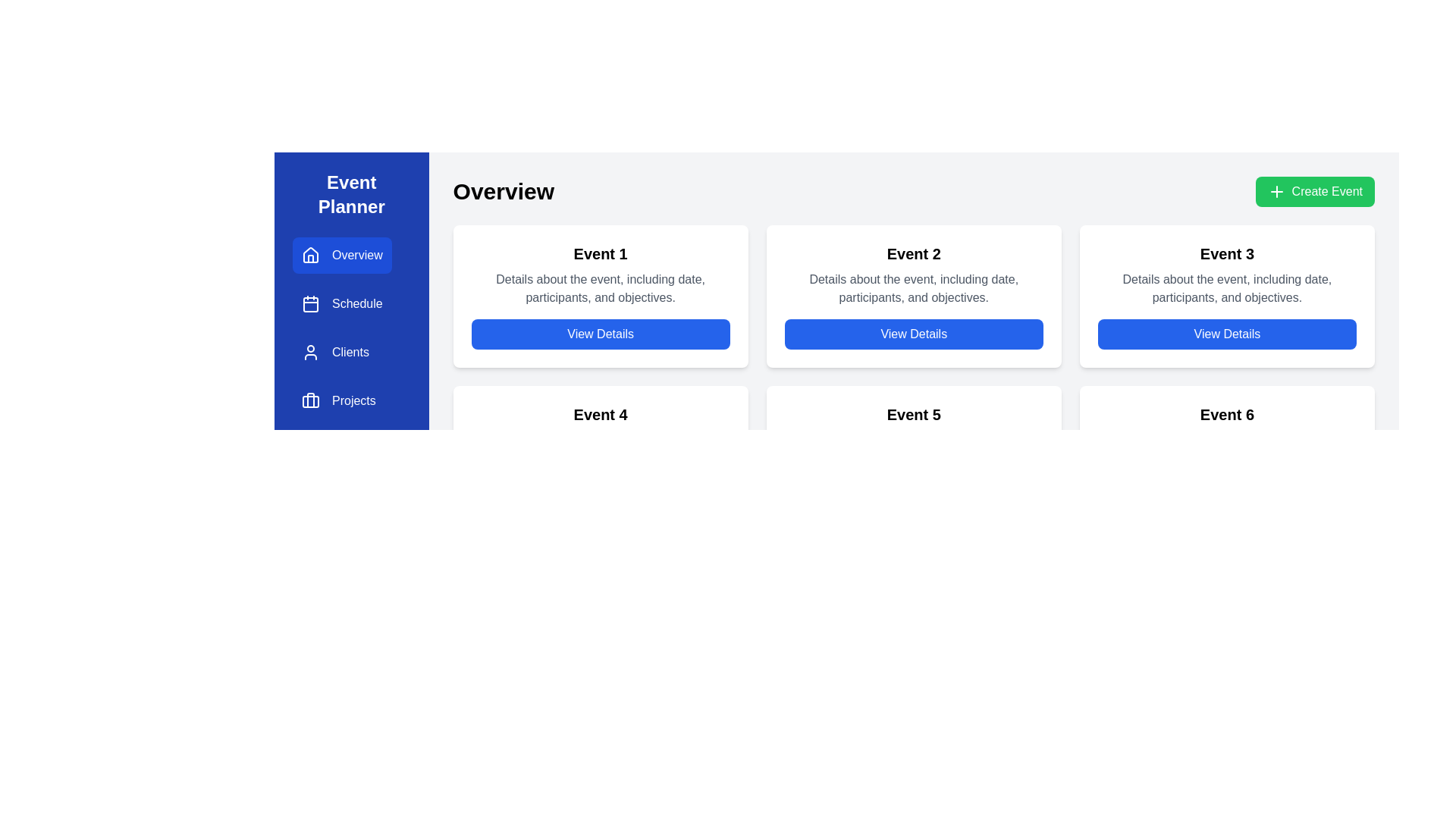 This screenshot has width=1456, height=819. Describe the element at coordinates (309, 258) in the screenshot. I see `the vertical rectangle with rounded sides that represents a door within the house icon, located in the left vertical blue sidebar of the application, specifically in the first row of the navigation menu` at that location.